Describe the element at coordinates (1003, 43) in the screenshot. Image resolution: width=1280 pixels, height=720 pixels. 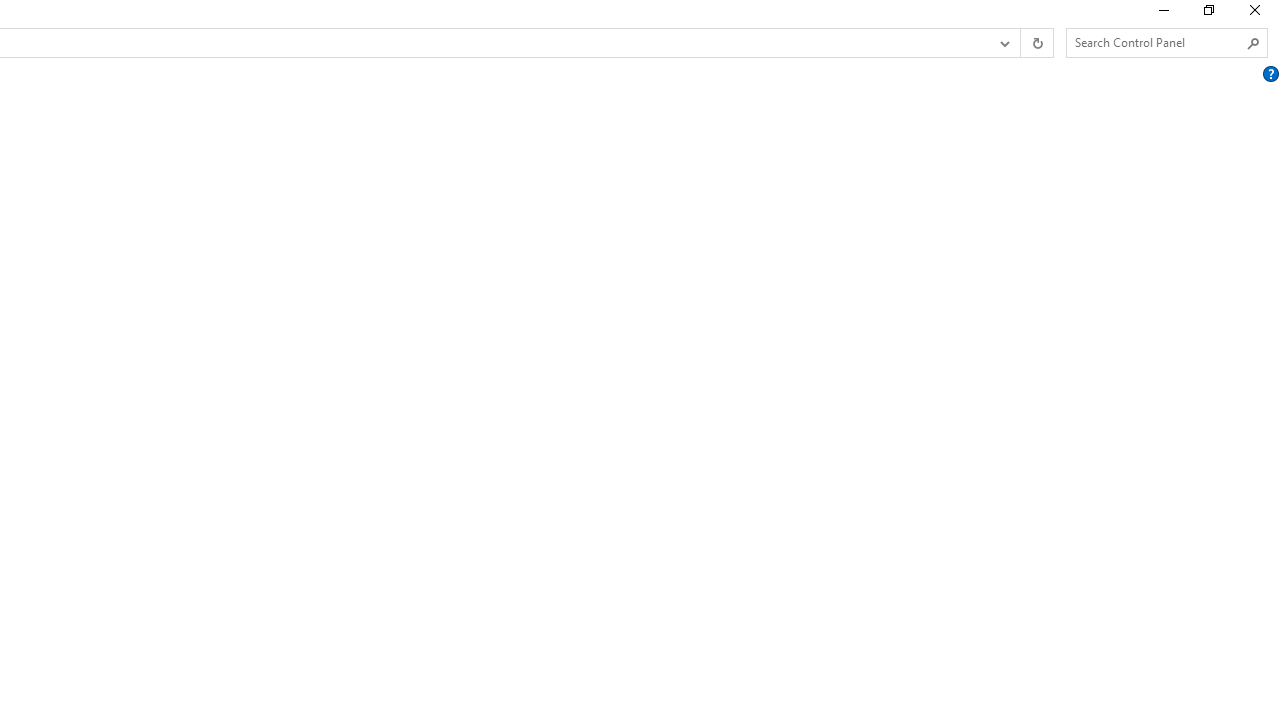
I see `'Previous Locations'` at that location.